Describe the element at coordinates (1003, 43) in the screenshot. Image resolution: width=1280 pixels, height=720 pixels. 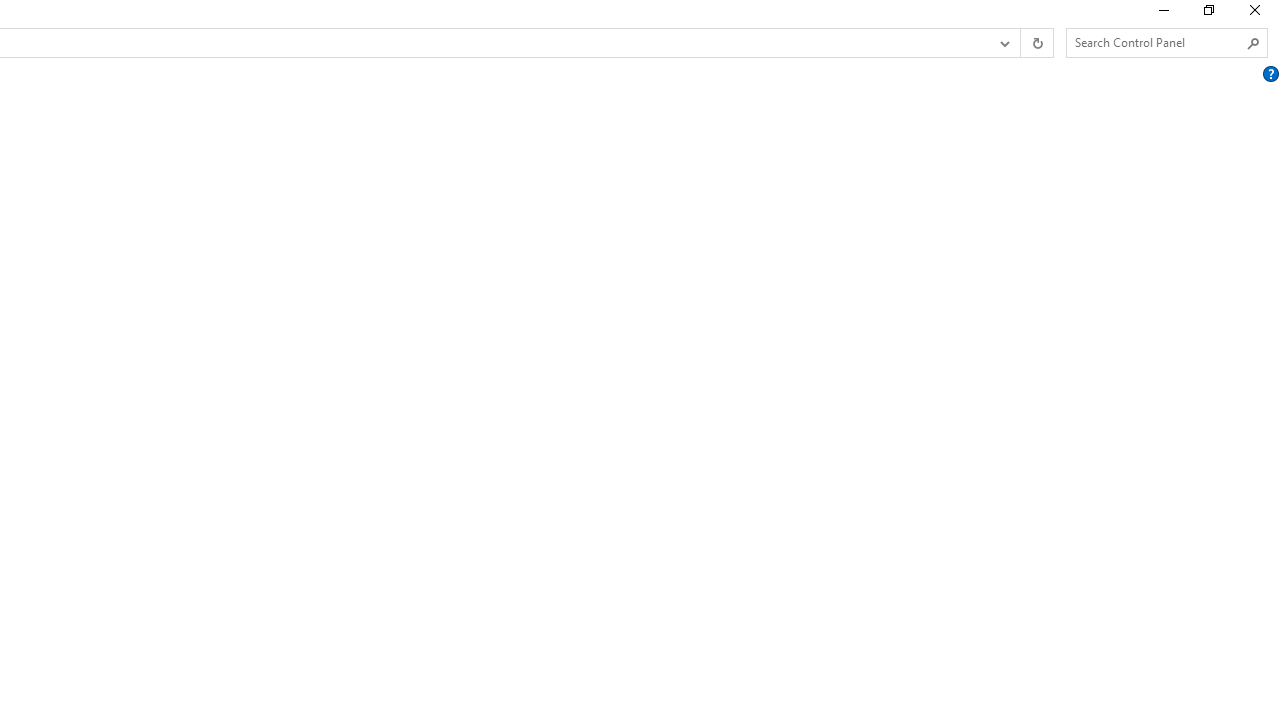
I see `'Previous Locations'` at that location.